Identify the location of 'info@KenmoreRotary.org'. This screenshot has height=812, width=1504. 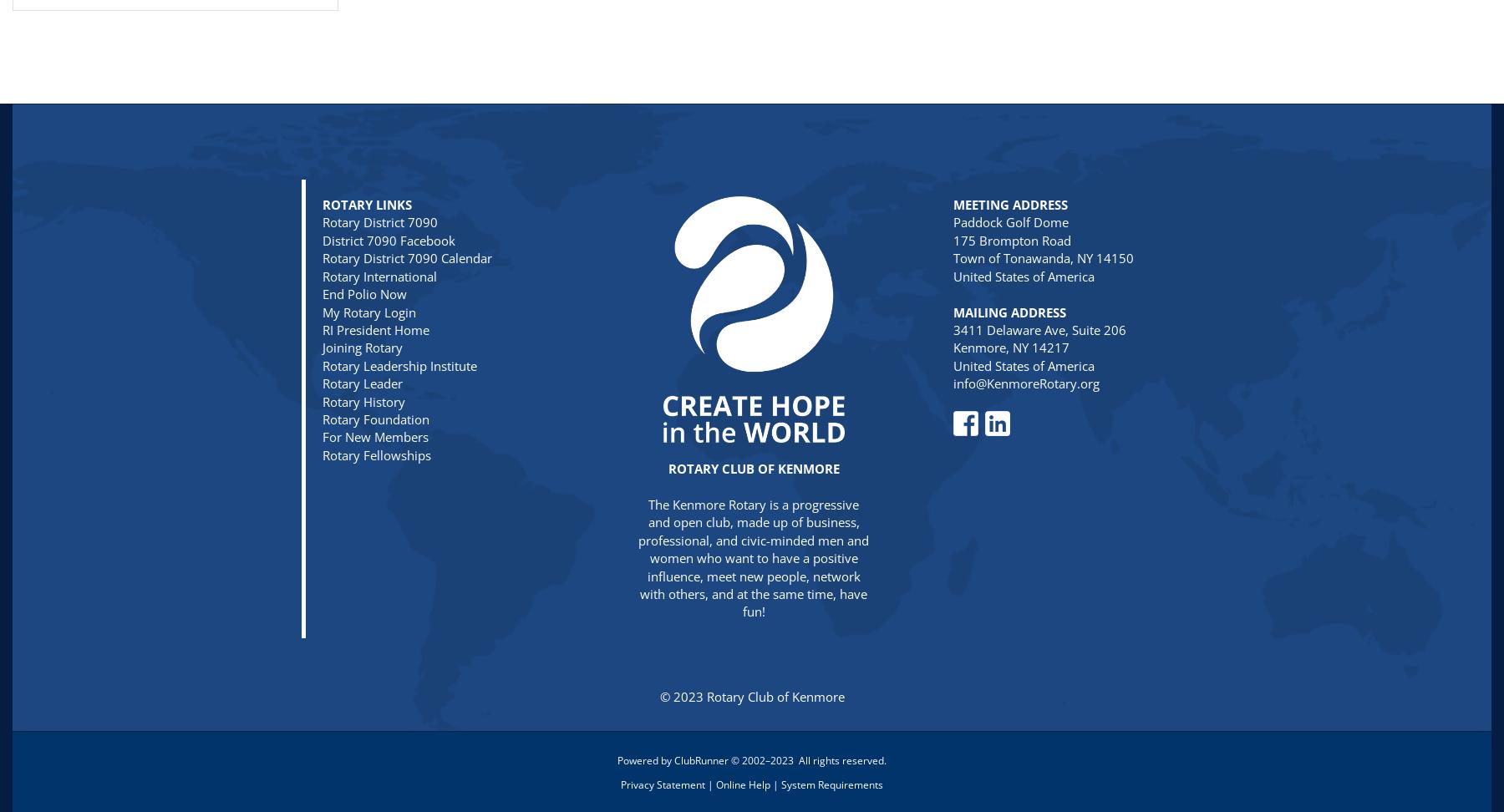
(953, 382).